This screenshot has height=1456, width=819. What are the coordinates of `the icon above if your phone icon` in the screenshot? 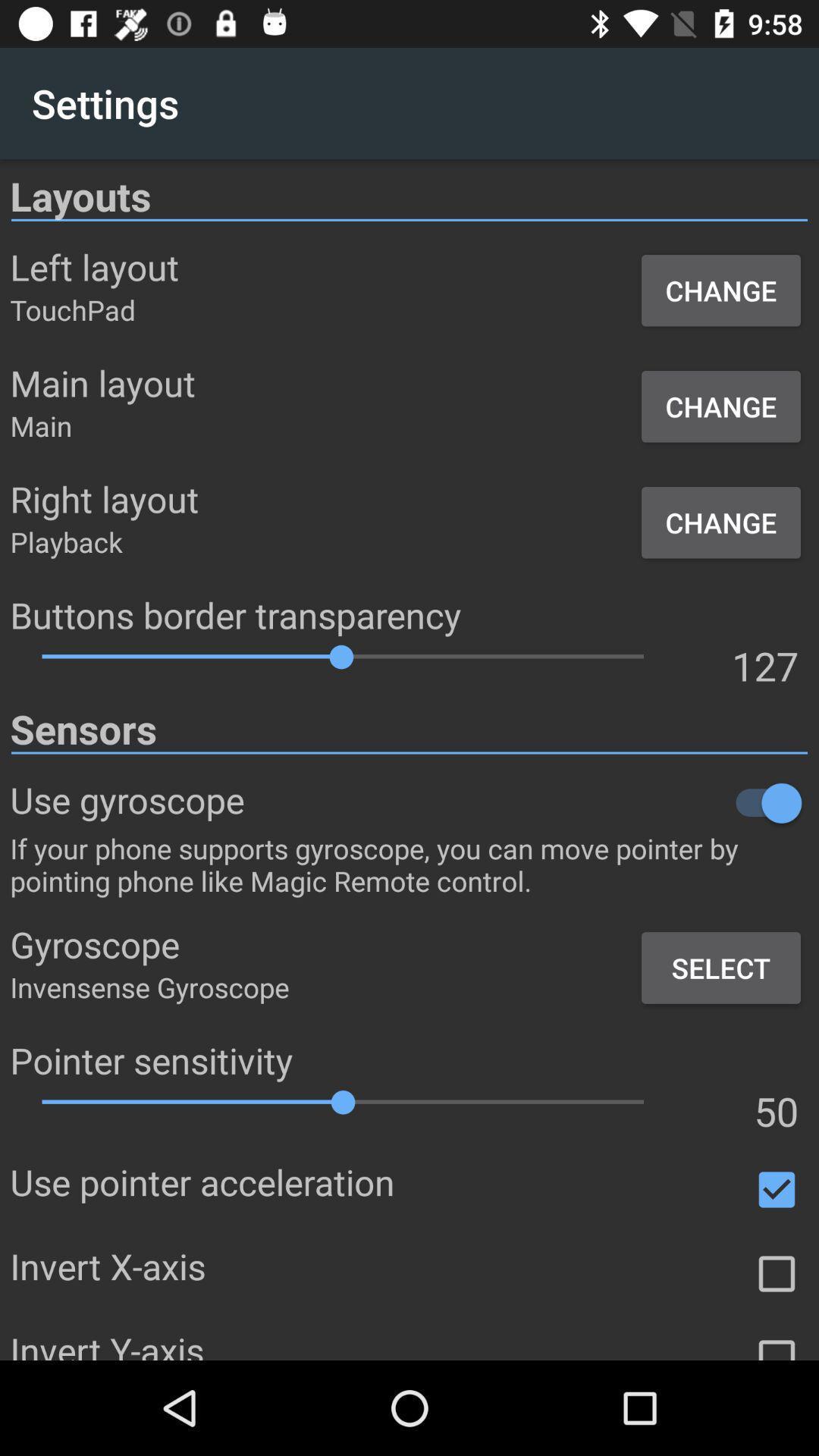 It's located at (526, 802).